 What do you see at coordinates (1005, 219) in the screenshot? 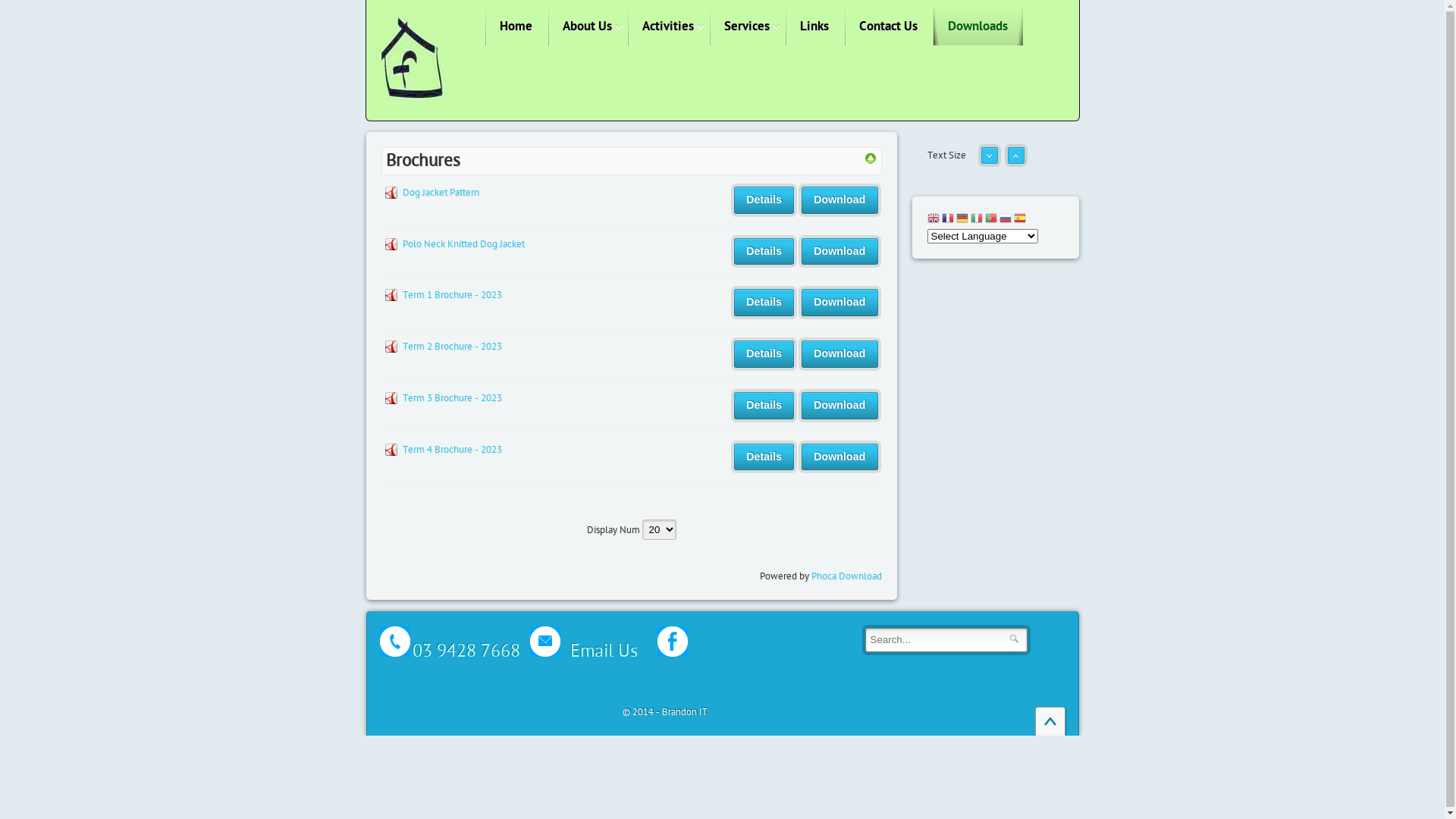
I see `'Russian'` at bounding box center [1005, 219].